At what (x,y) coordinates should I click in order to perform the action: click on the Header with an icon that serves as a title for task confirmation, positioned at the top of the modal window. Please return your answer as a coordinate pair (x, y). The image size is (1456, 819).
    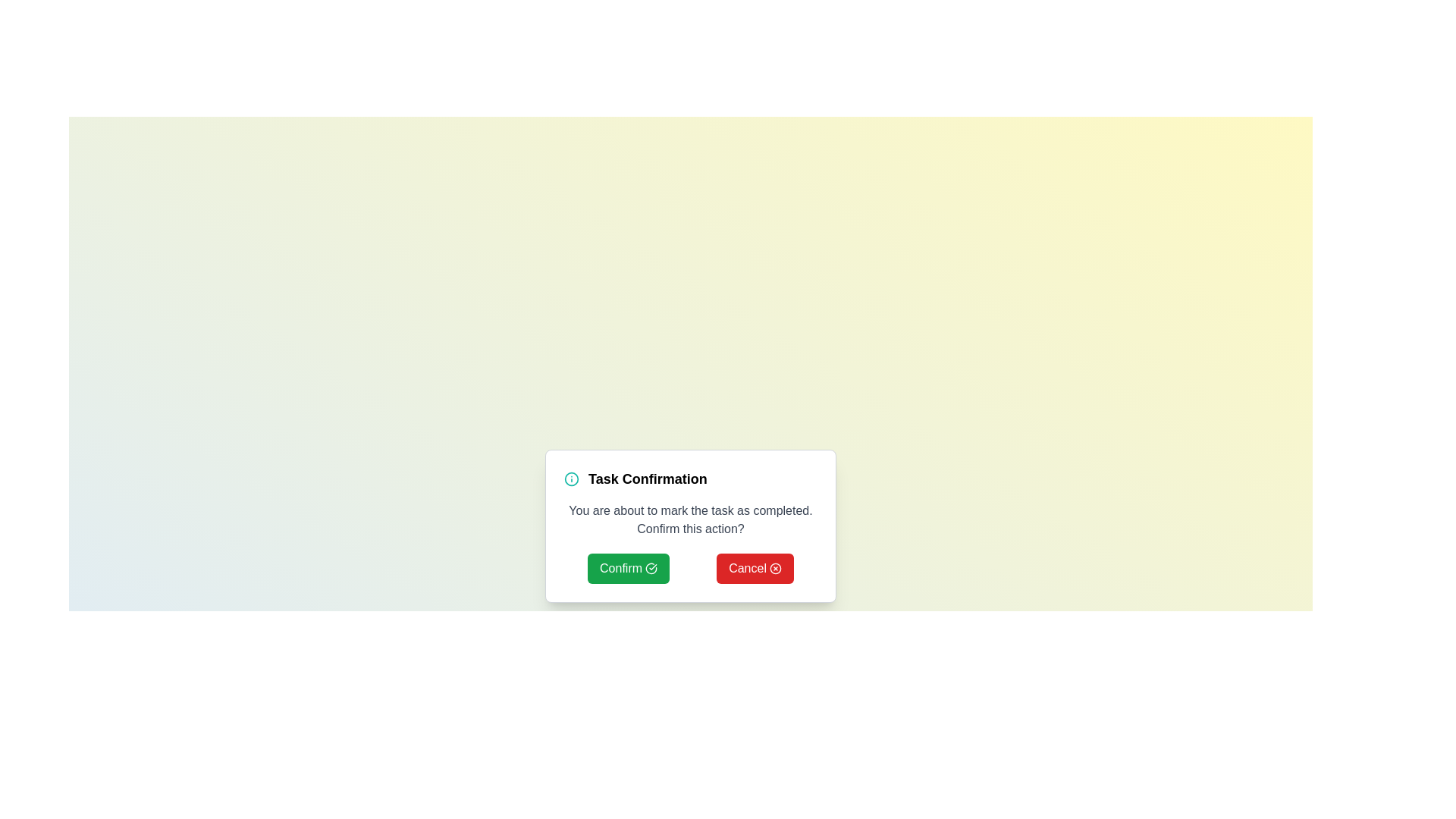
    Looking at the image, I should click on (690, 479).